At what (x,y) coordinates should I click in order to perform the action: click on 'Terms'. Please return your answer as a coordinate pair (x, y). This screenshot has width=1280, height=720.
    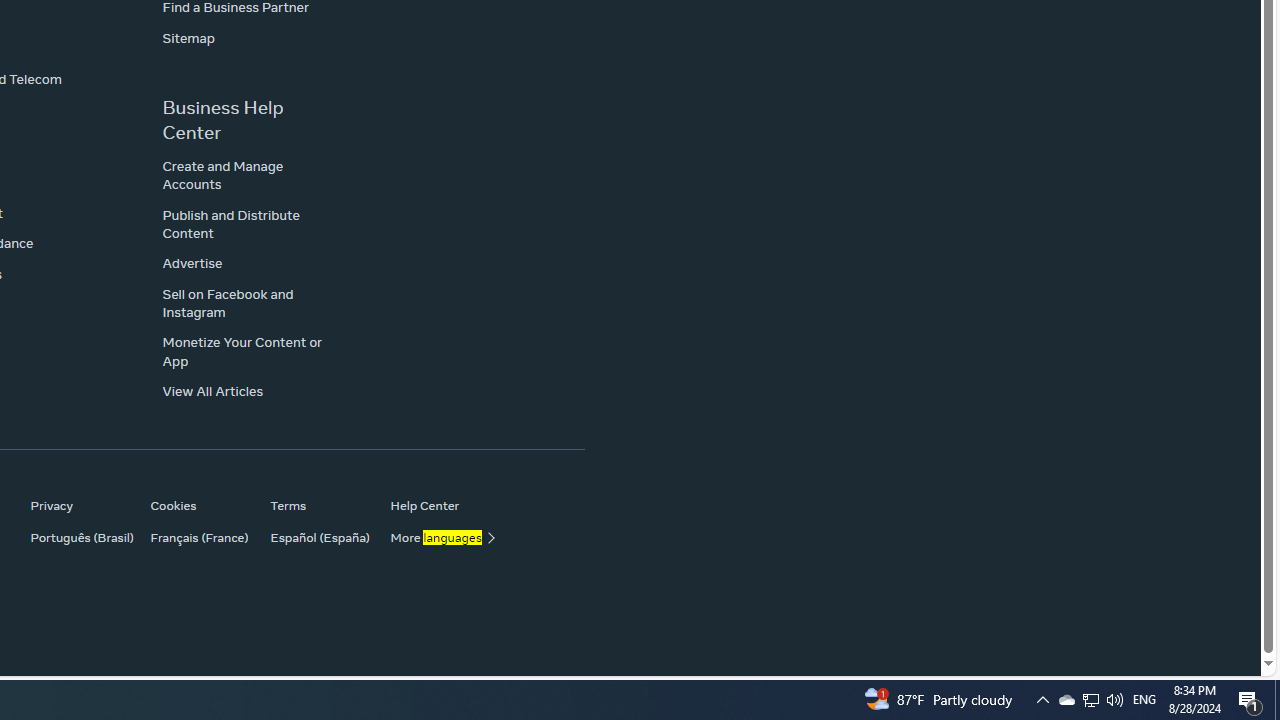
    Looking at the image, I should click on (320, 504).